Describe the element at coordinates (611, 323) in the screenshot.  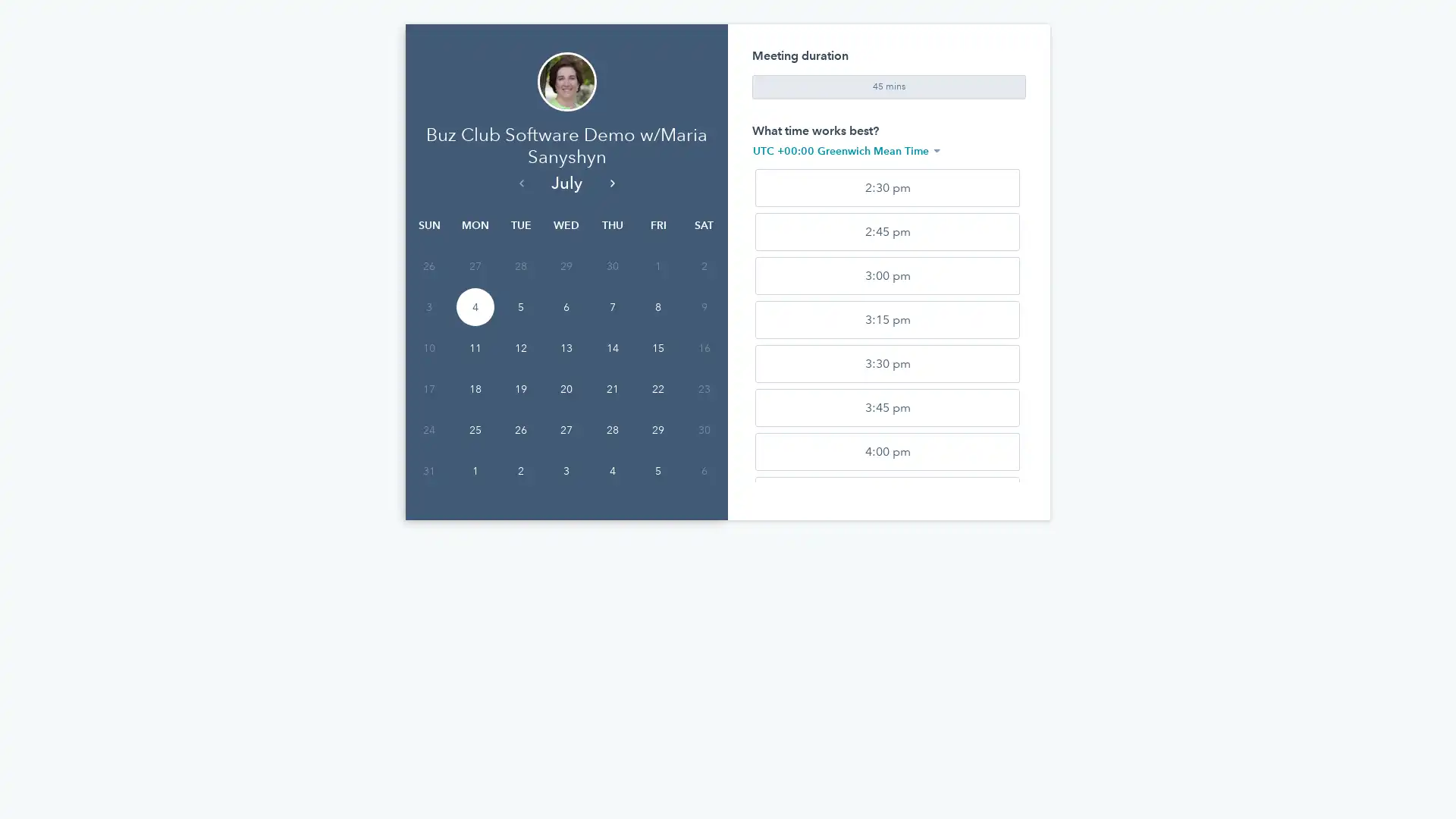
I see `June 30th` at that location.